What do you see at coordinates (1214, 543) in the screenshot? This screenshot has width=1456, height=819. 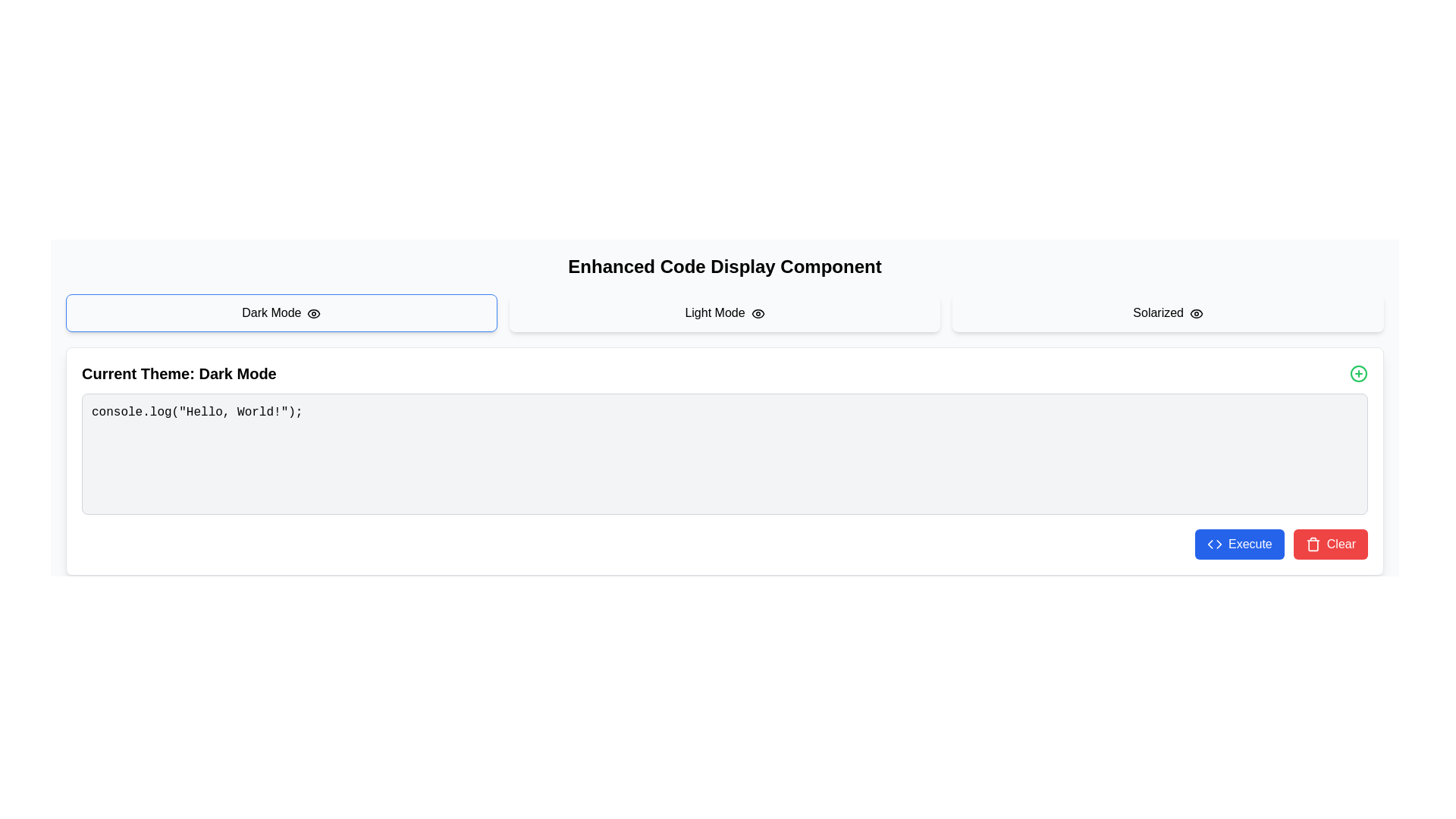 I see `the small, square code symbol icon located on the left portion of the 'Execute' button for accessibility navigation` at bounding box center [1214, 543].